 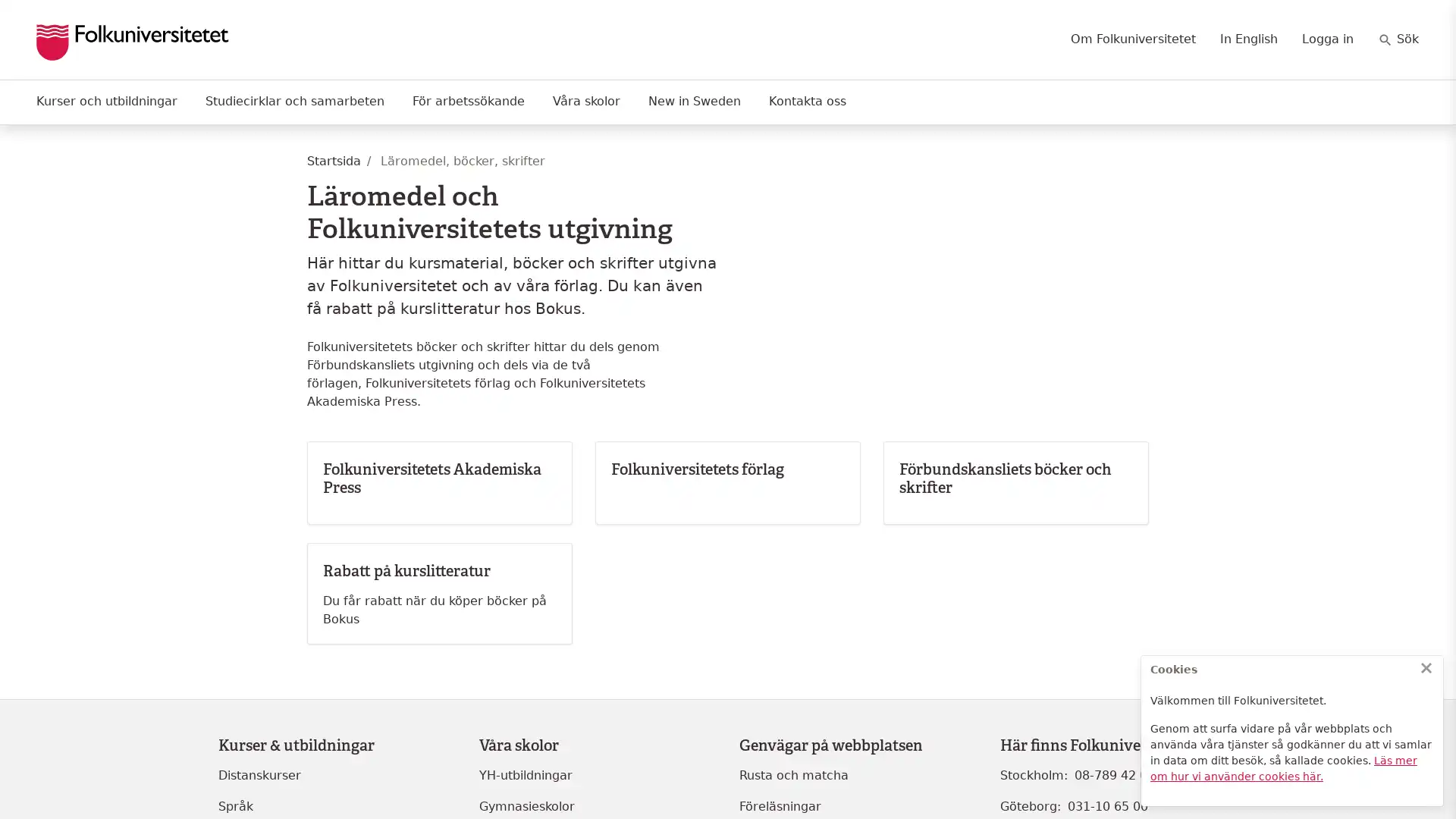 What do you see at coordinates (1426, 667) in the screenshot?
I see `Stang` at bounding box center [1426, 667].